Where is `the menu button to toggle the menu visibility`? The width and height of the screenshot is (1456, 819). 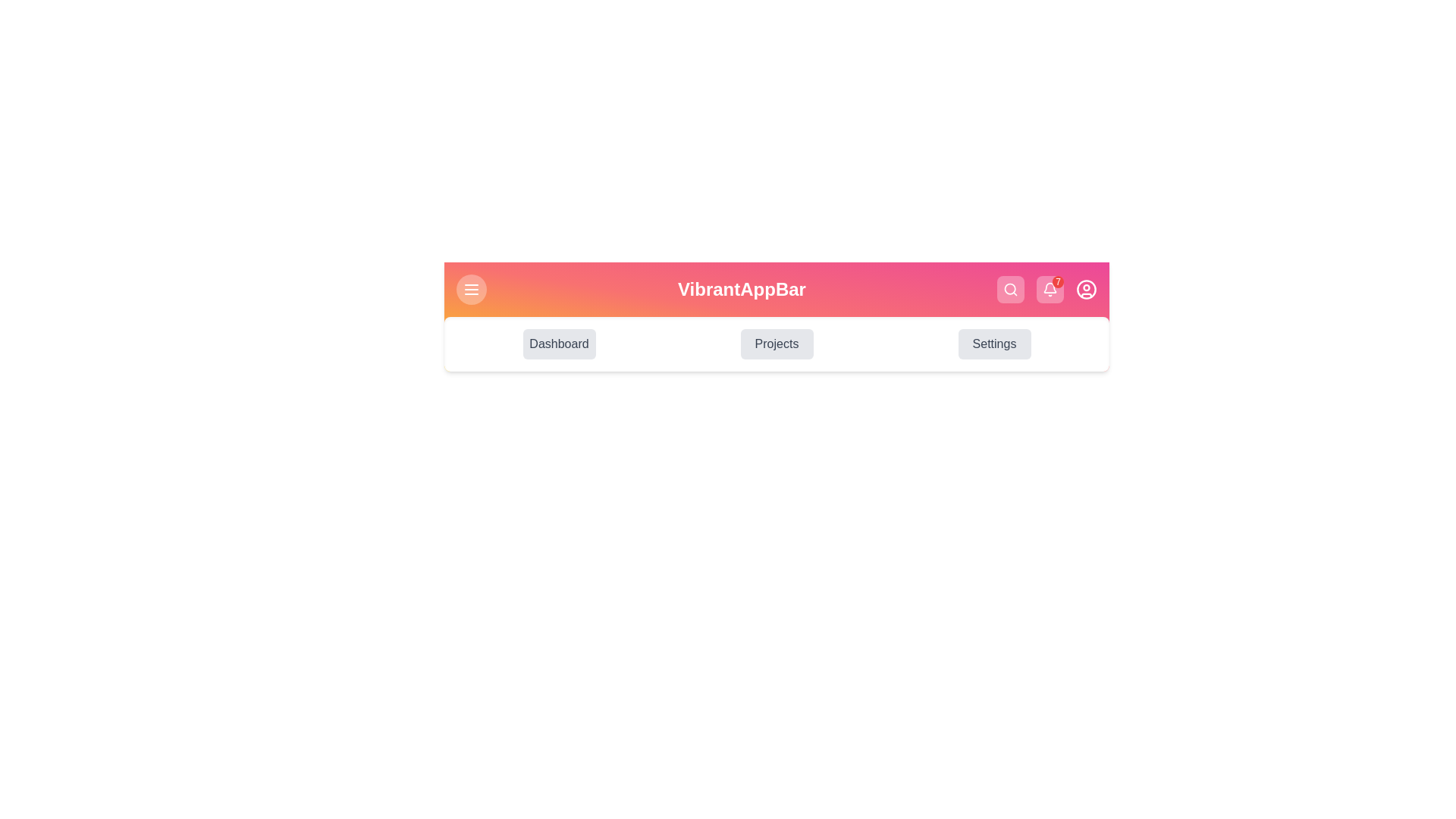
the menu button to toggle the menu visibility is located at coordinates (471, 289).